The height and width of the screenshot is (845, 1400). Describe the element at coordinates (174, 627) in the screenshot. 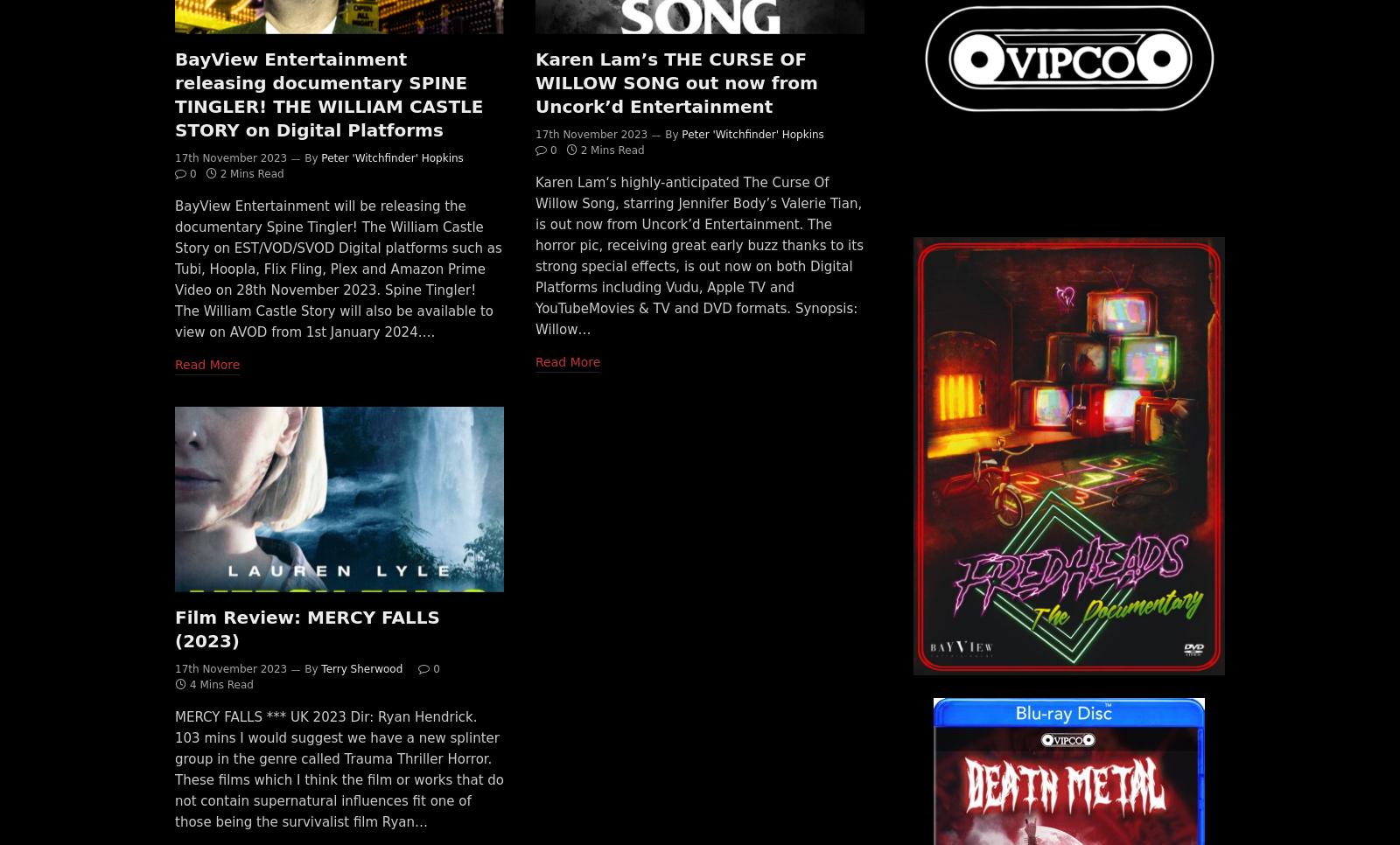

I see `'Film Review: MERCY FALLS (2023)'` at that location.